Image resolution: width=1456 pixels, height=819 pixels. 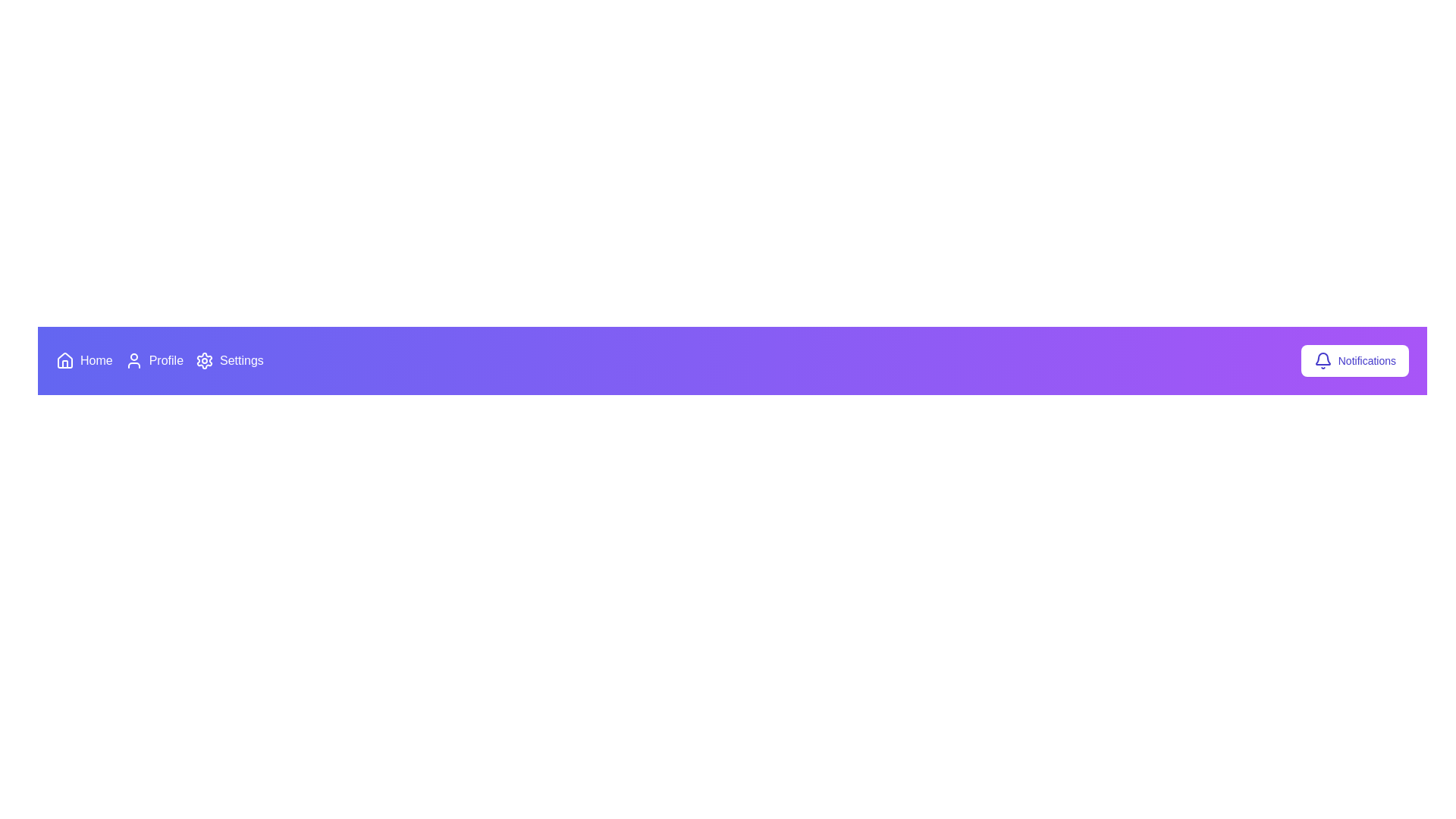 What do you see at coordinates (154, 360) in the screenshot?
I see `the navigation button positioned between the 'Home' and 'Settings' elements` at bounding box center [154, 360].